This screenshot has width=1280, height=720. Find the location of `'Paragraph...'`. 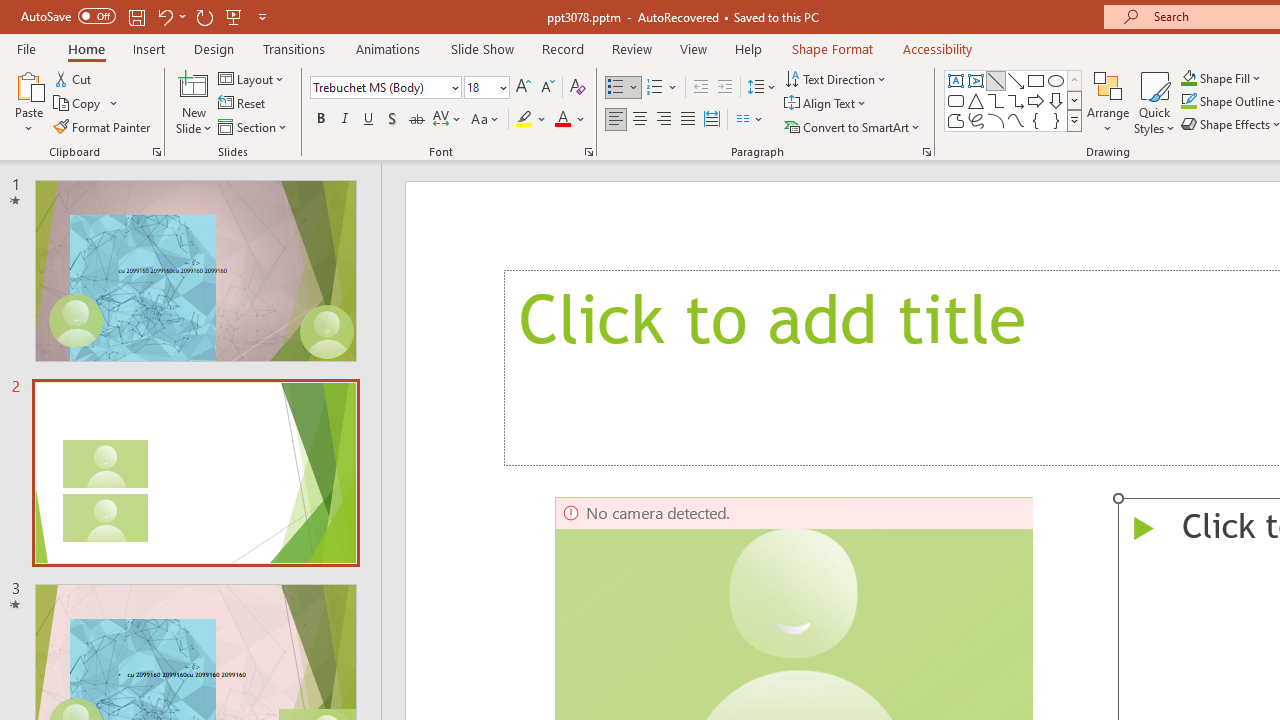

'Paragraph...' is located at coordinates (925, 150).